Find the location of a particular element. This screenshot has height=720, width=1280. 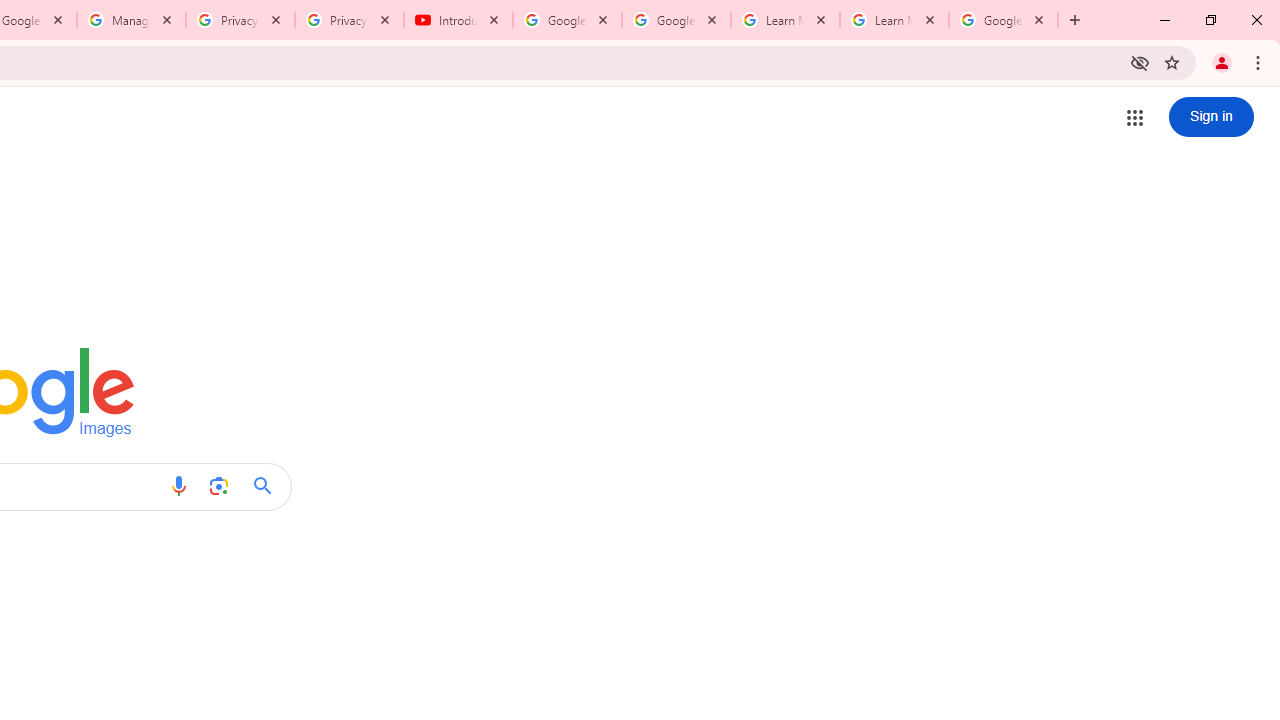

'Google Search' is located at coordinates (267, 486).